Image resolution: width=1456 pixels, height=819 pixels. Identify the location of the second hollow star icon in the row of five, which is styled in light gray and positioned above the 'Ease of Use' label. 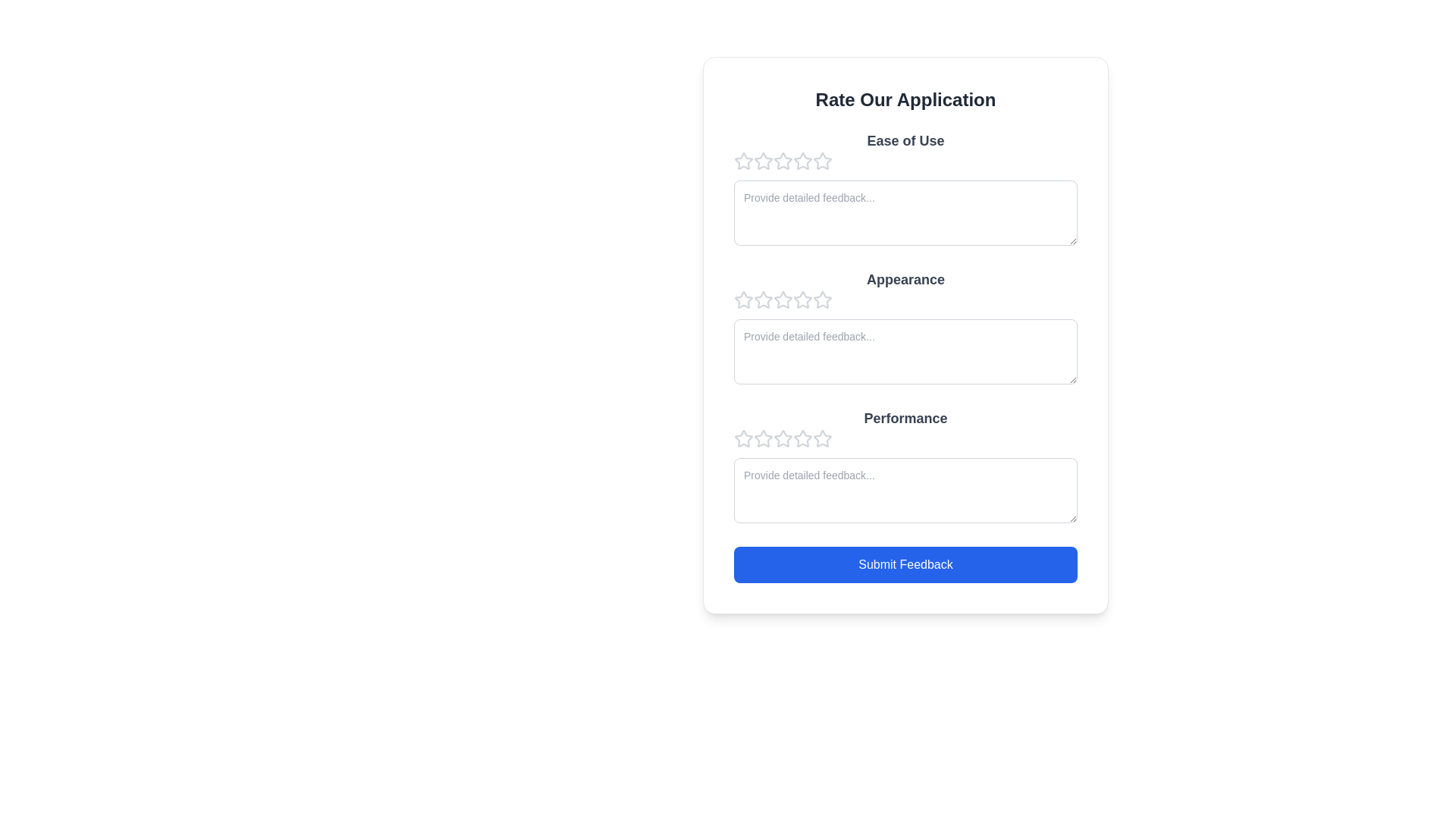
(764, 161).